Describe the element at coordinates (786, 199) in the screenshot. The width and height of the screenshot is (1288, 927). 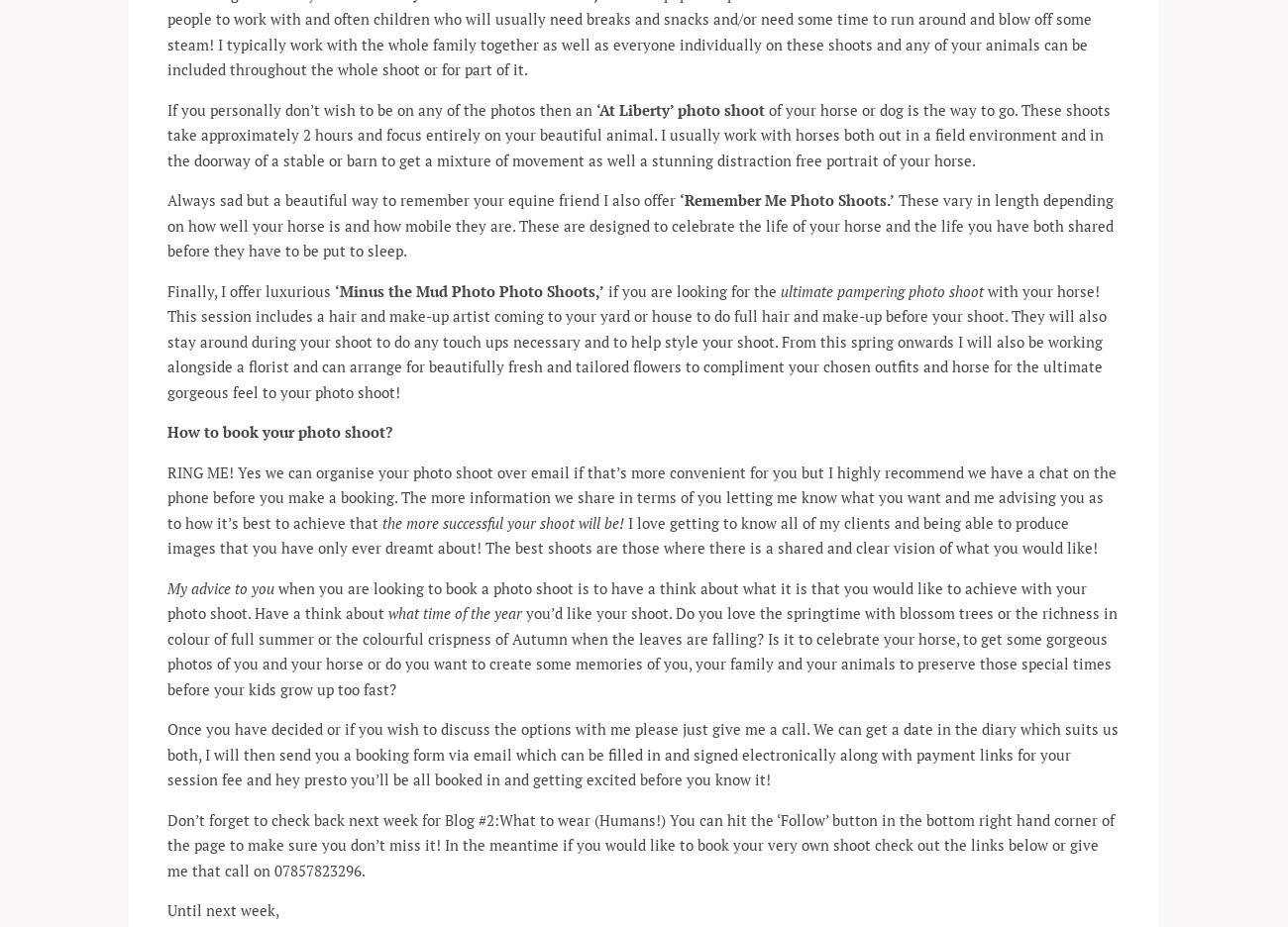
I see `'‘Remember Me Photo Shoots.’'` at that location.